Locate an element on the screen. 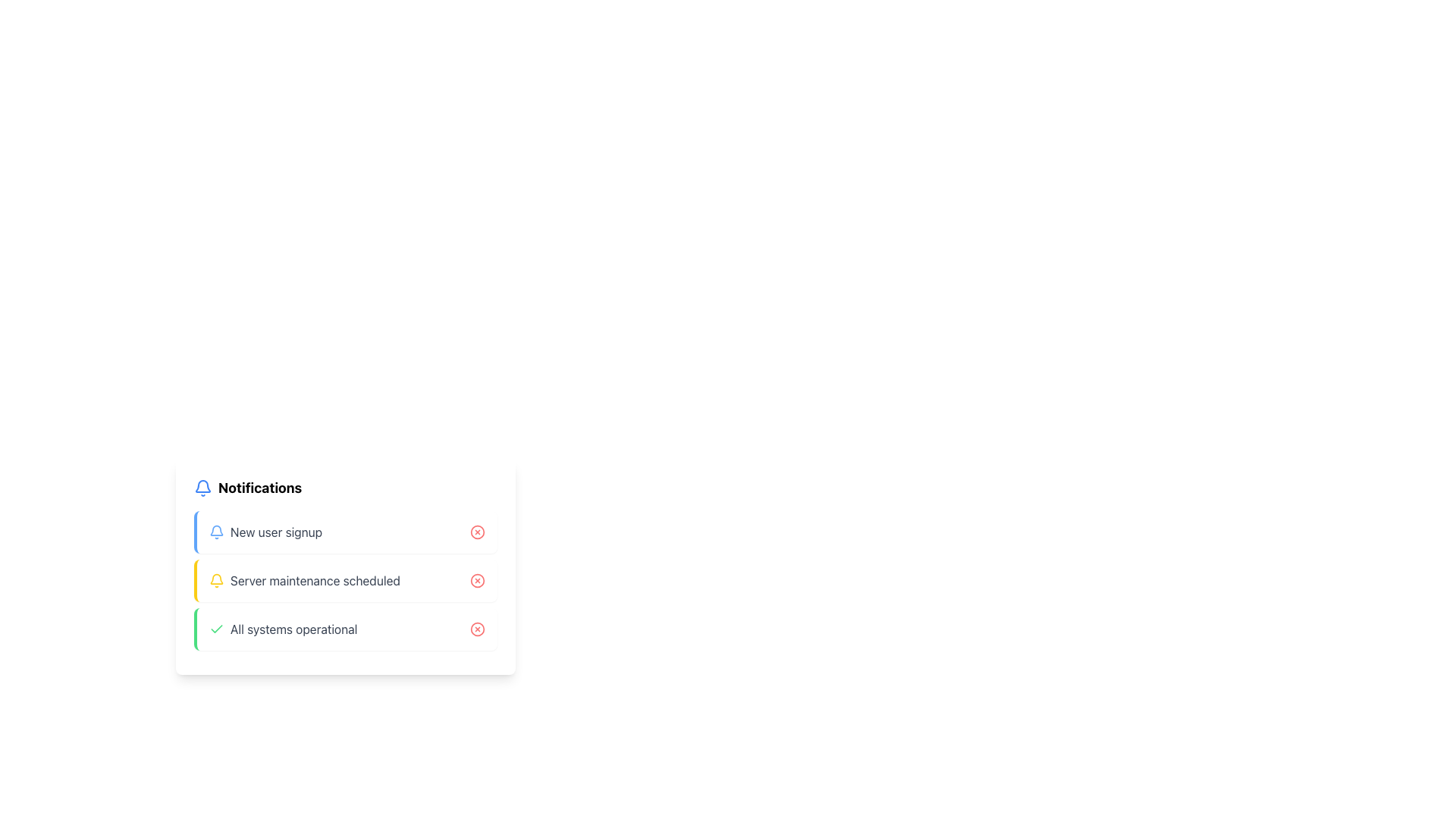 Image resolution: width=1456 pixels, height=819 pixels. the first notification item in the vertically stacked list is located at coordinates (265, 532).